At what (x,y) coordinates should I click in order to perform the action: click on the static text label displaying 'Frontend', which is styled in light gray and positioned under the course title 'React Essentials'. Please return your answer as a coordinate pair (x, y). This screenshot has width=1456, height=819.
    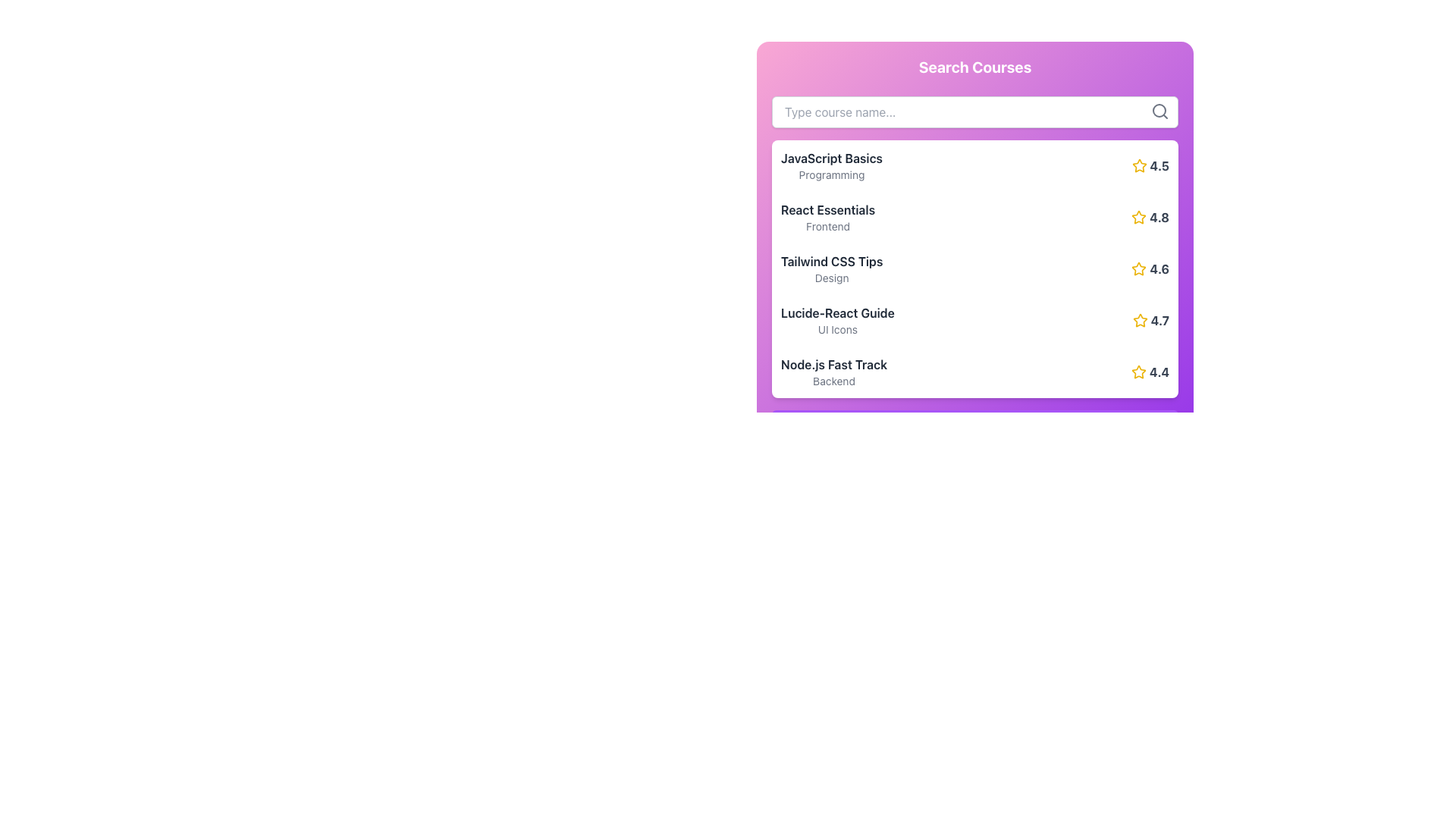
    Looking at the image, I should click on (827, 227).